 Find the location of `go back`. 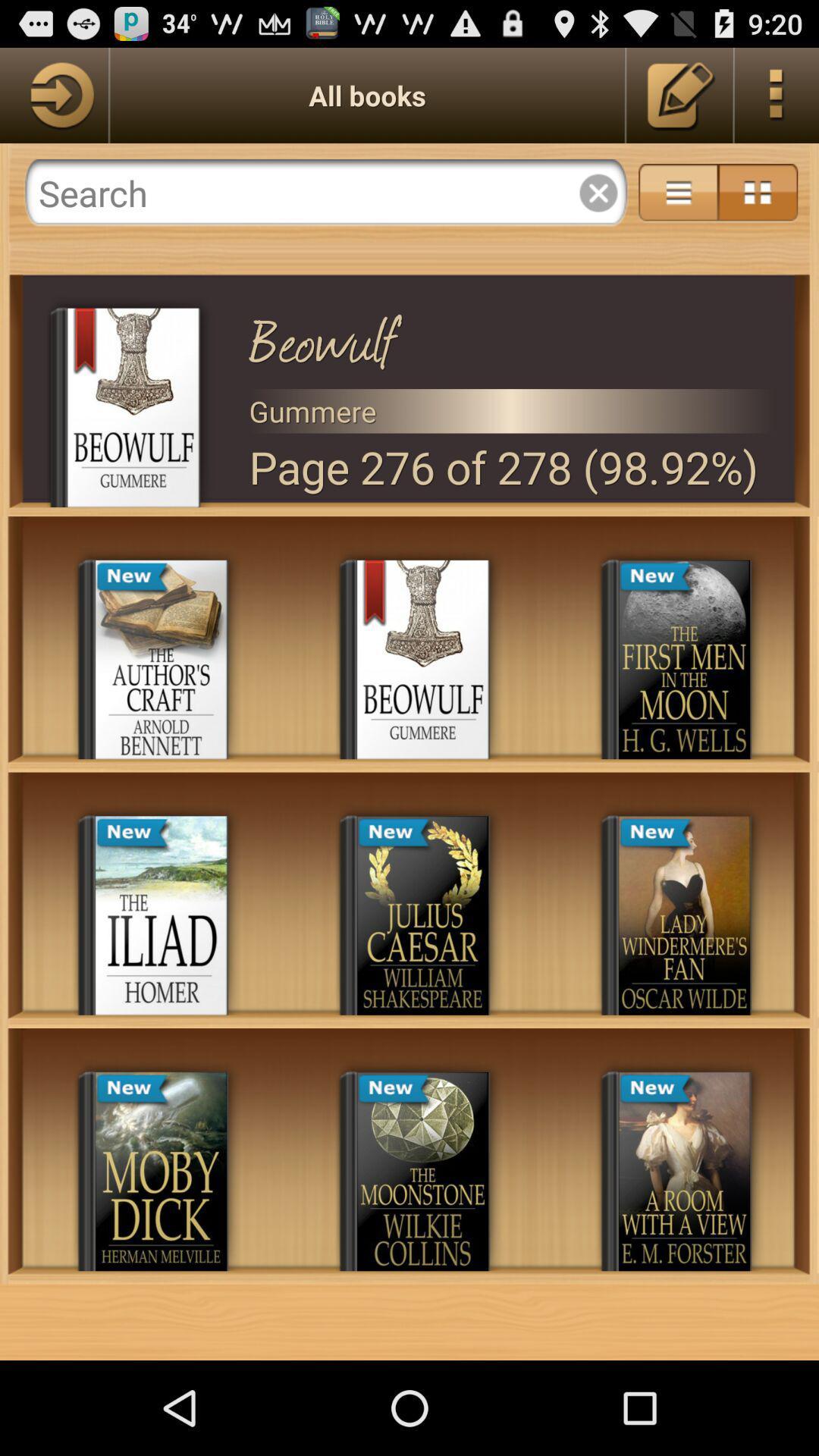

go back is located at coordinates (53, 94).